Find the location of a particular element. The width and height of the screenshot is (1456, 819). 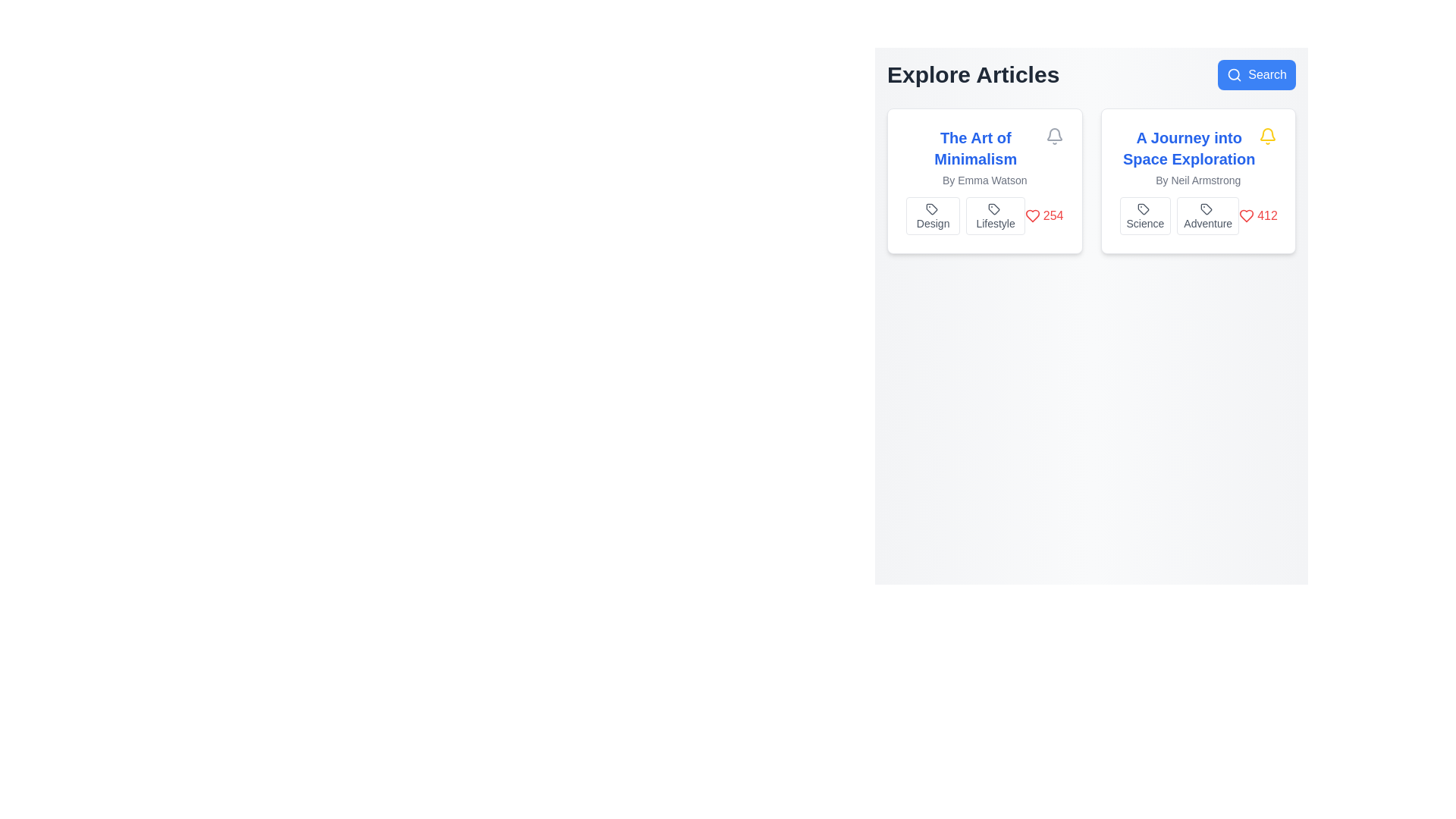

the icon resembling a tag symbol is located at coordinates (993, 209).